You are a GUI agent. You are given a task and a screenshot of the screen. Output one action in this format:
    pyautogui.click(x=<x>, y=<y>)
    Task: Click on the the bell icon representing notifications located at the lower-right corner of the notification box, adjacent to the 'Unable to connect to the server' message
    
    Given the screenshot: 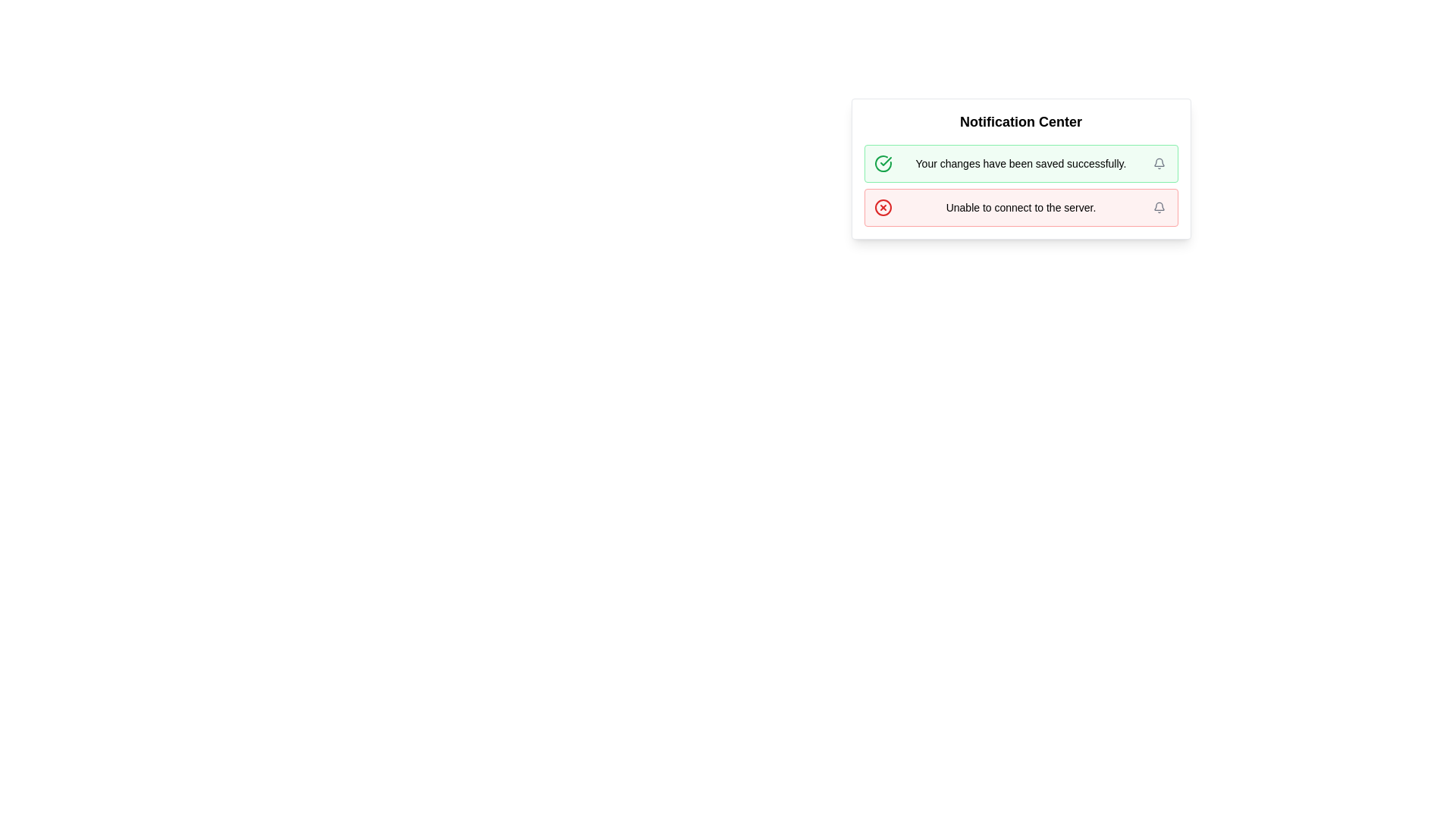 What is the action you would take?
    pyautogui.click(x=1158, y=164)
    